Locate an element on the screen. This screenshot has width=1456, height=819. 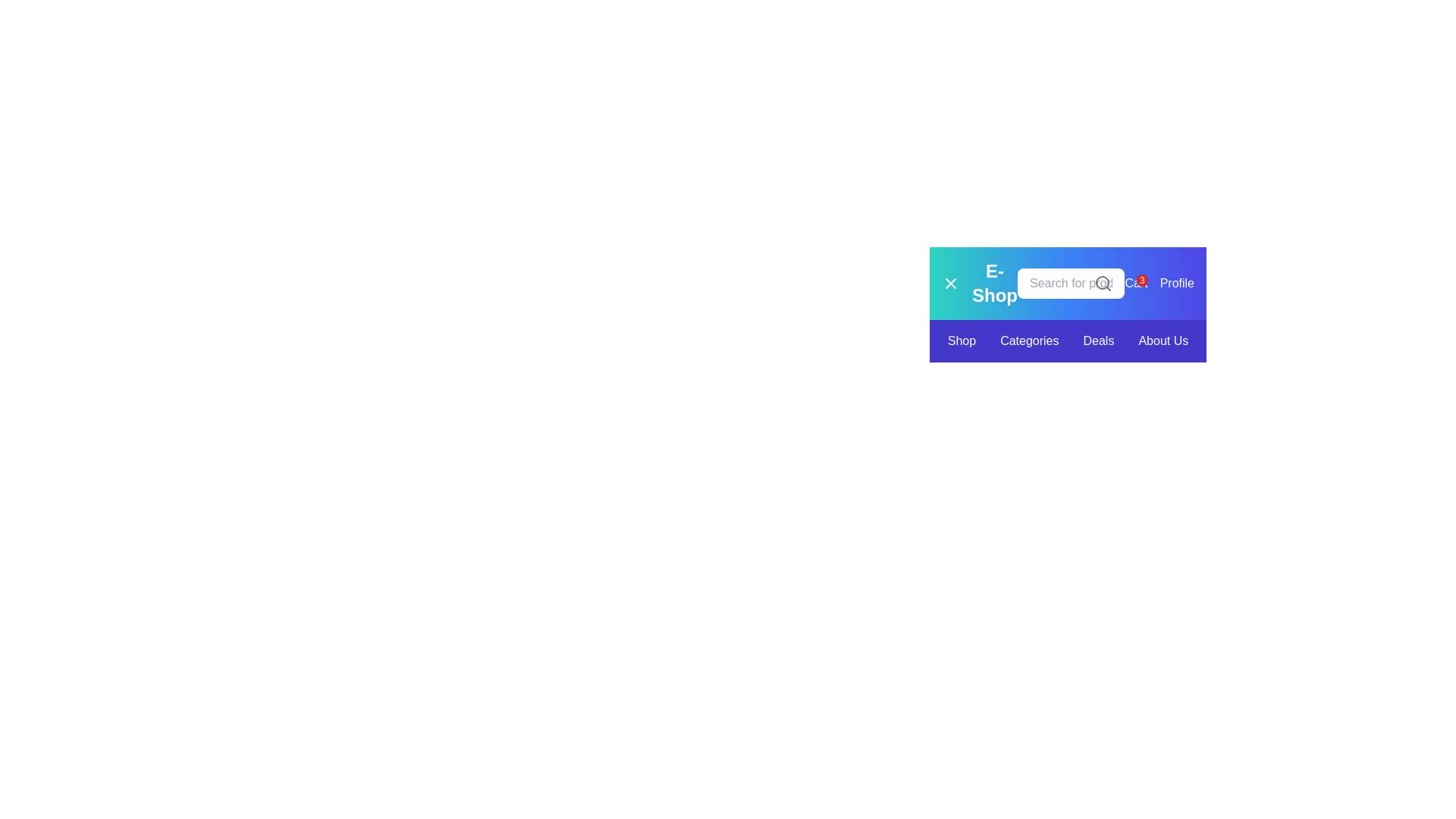
the hyperlink located centrally in the navigation bar, positioned to the right of the 'Shop' link and to the left of the 'Deals' link is located at coordinates (1029, 340).